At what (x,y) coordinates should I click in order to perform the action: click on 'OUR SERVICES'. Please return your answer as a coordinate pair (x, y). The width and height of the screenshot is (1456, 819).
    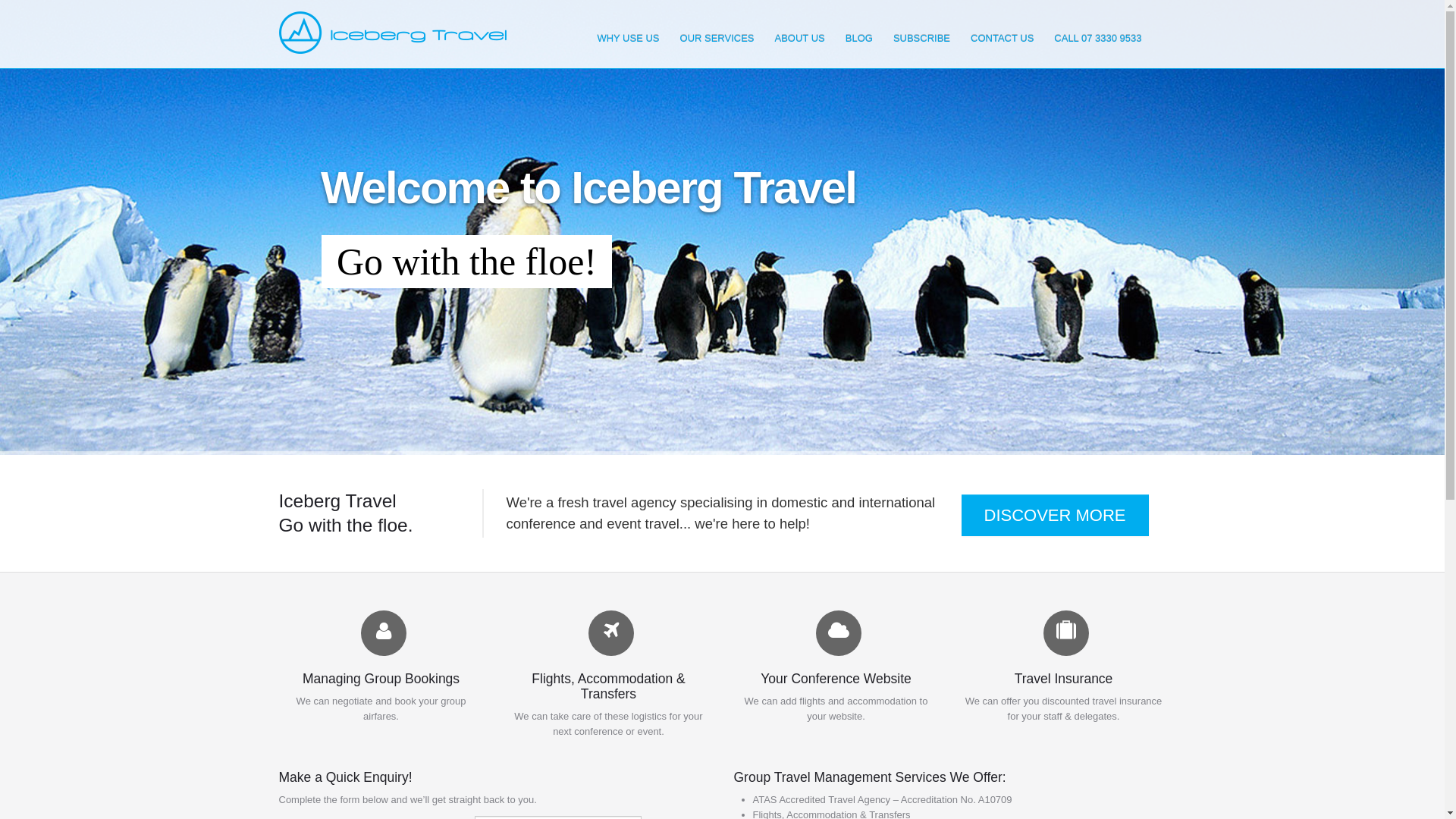
    Looking at the image, I should click on (716, 37).